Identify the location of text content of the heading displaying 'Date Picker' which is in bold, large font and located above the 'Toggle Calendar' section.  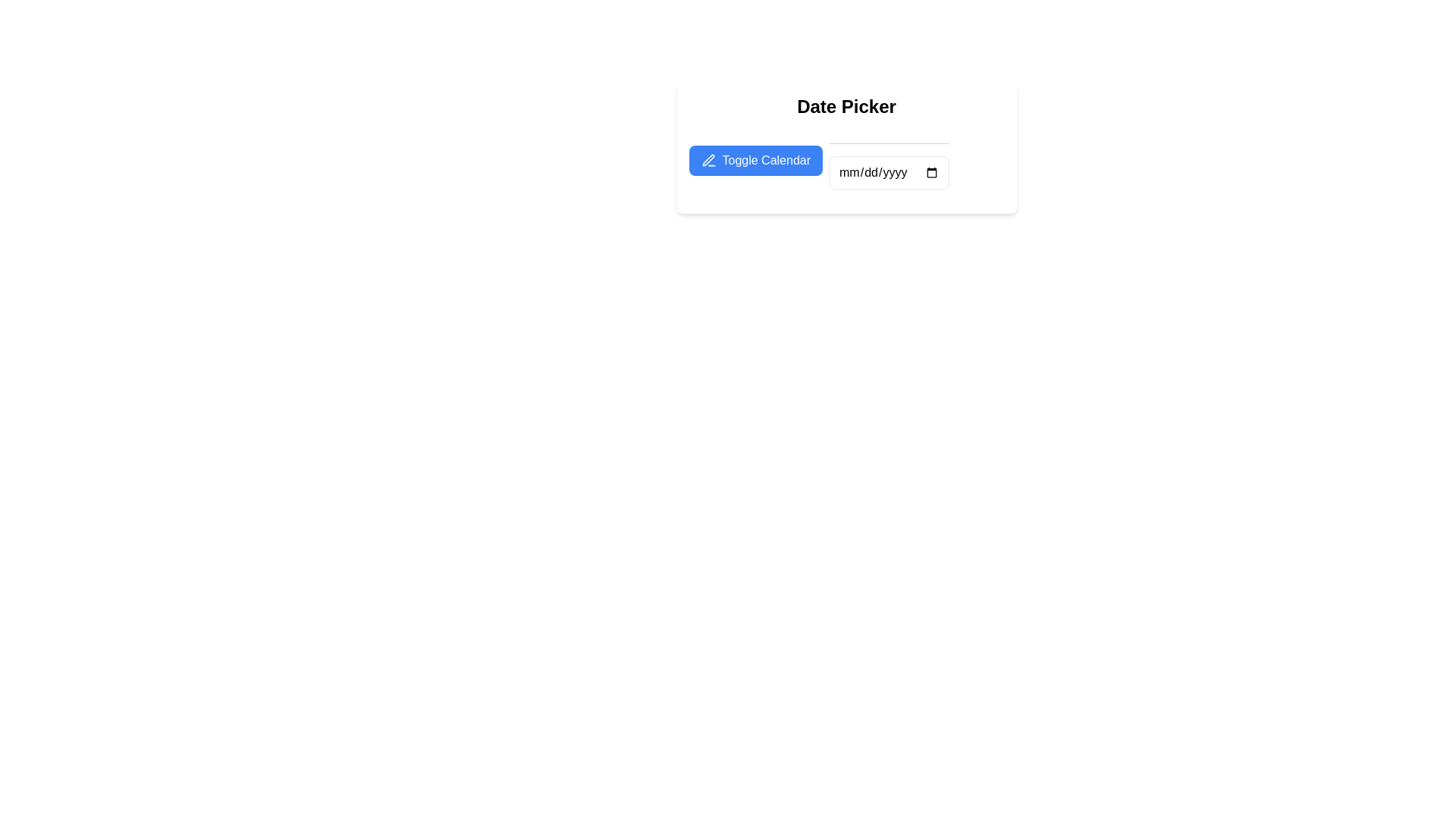
(846, 106).